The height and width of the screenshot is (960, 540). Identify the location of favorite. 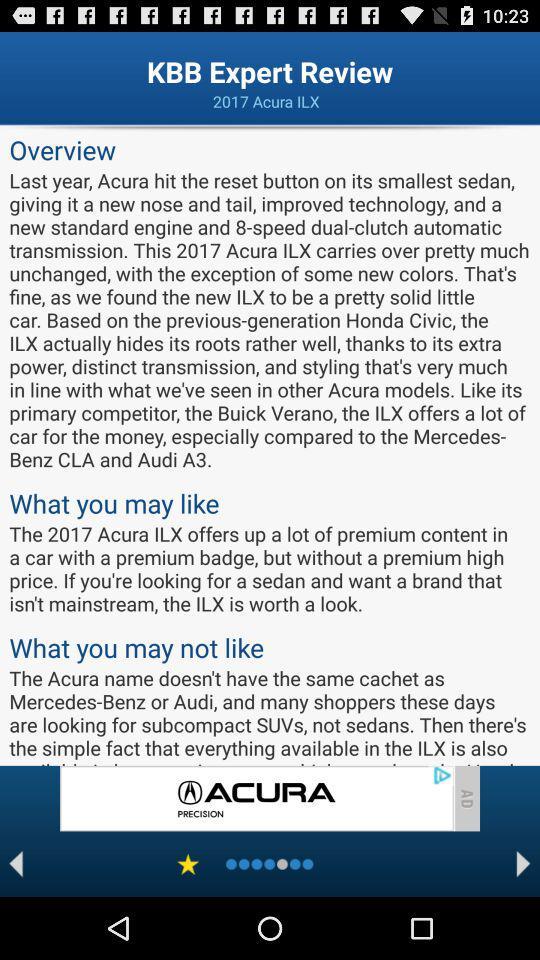
(188, 863).